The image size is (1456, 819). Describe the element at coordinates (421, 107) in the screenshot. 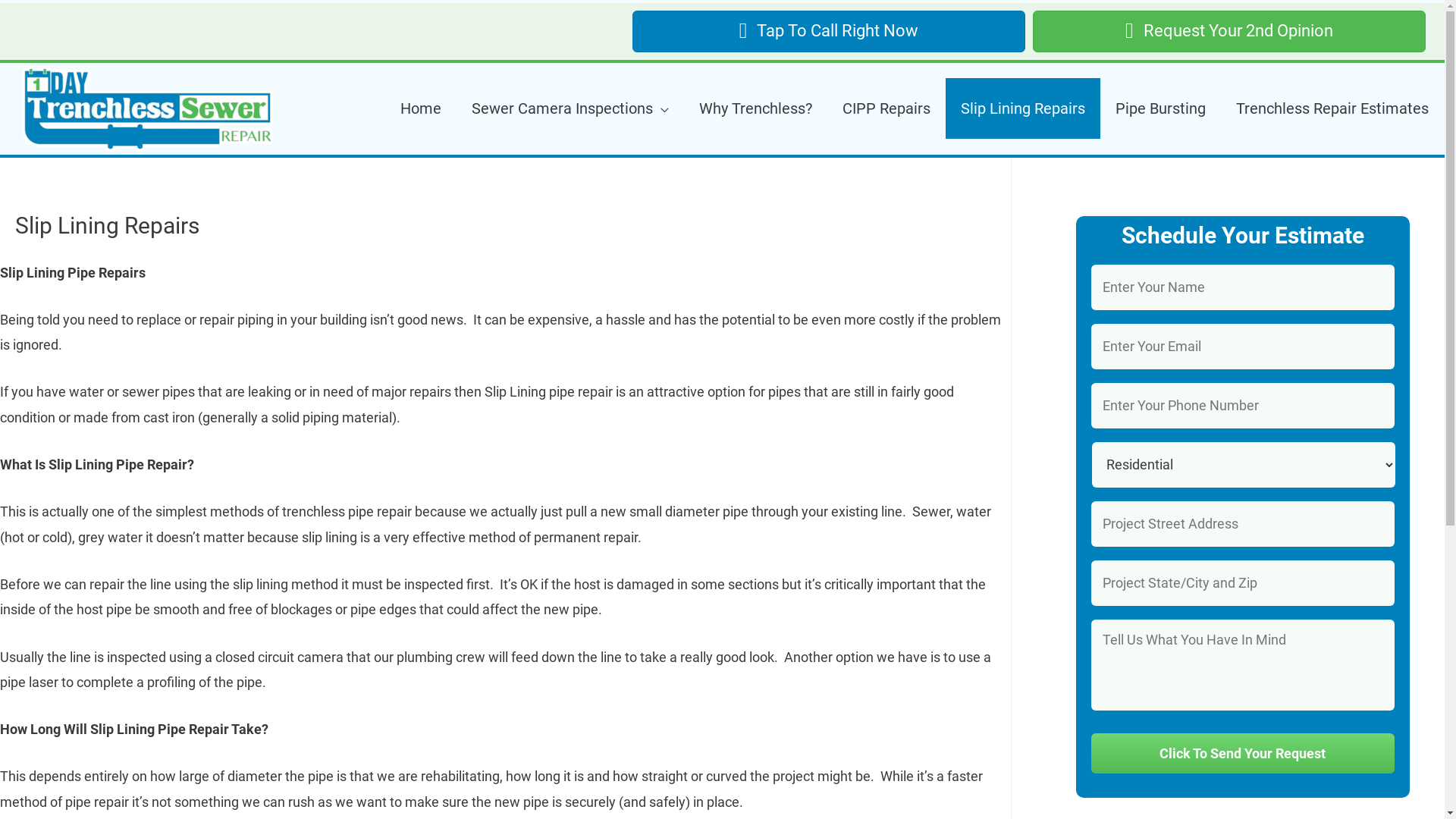

I see `'Home'` at that location.